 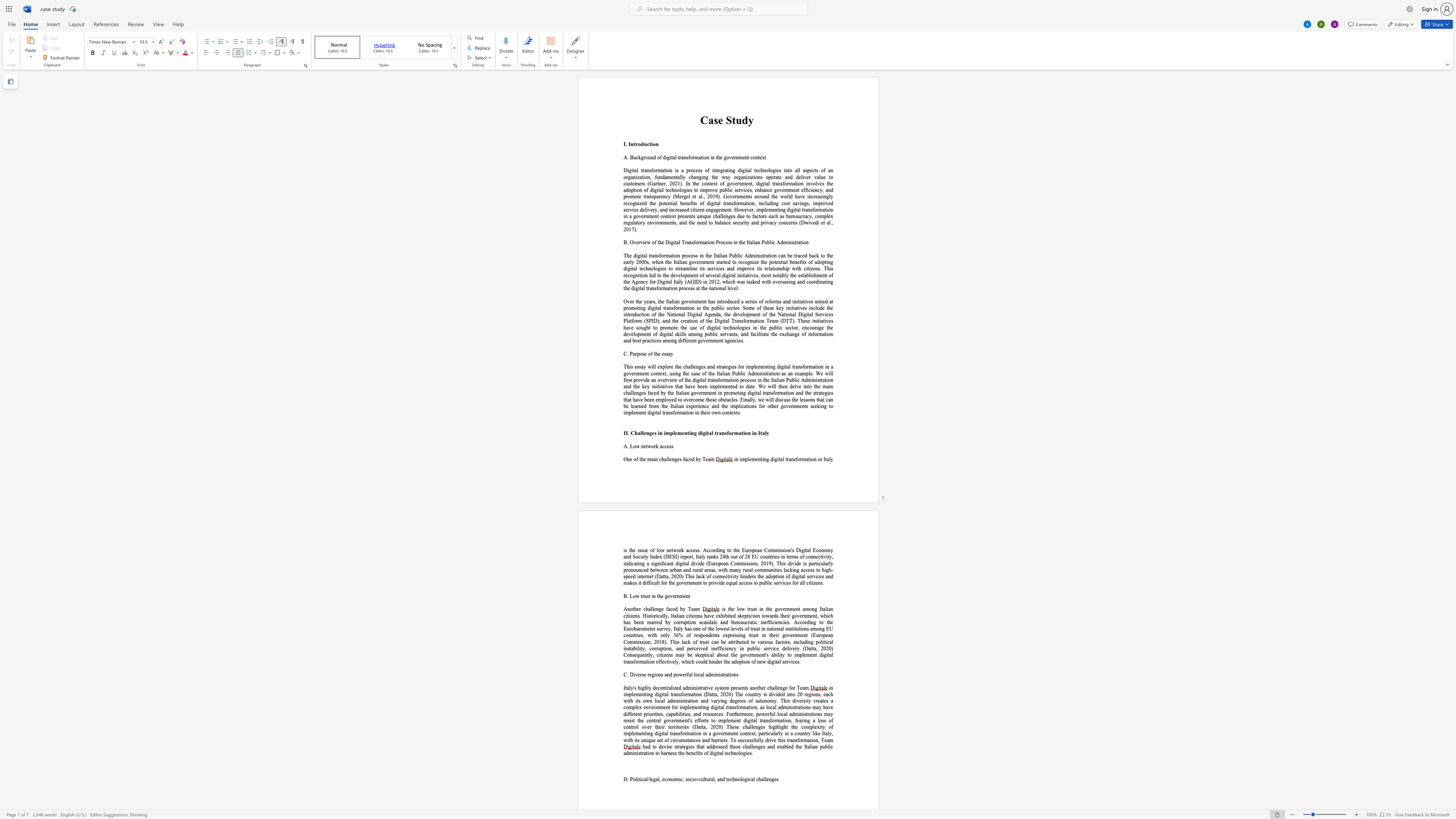 I want to click on the 3th character "i" in the text, so click(x=714, y=674).